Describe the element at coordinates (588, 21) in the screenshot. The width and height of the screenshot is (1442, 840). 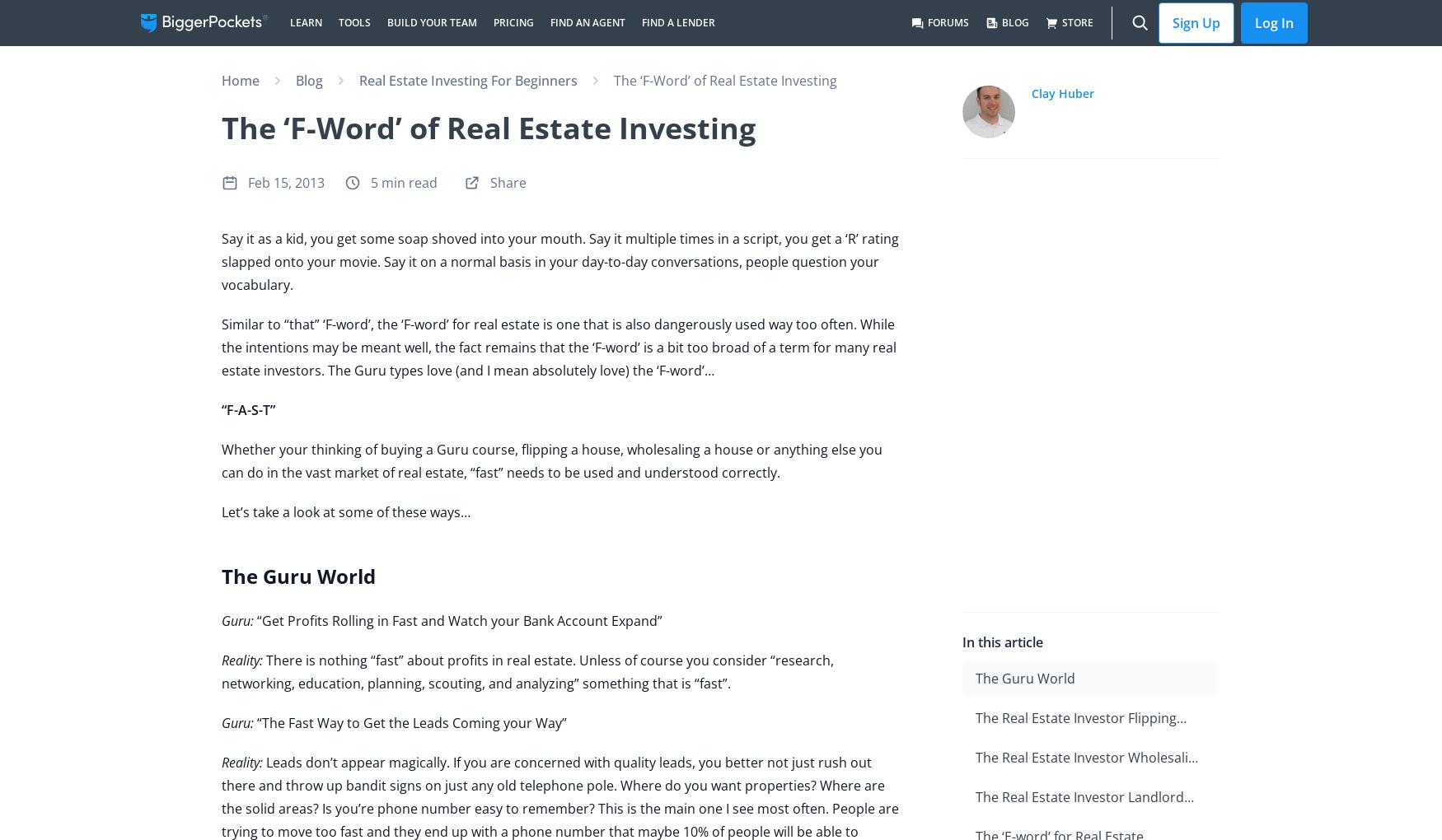
I see `'Find an Agent'` at that location.